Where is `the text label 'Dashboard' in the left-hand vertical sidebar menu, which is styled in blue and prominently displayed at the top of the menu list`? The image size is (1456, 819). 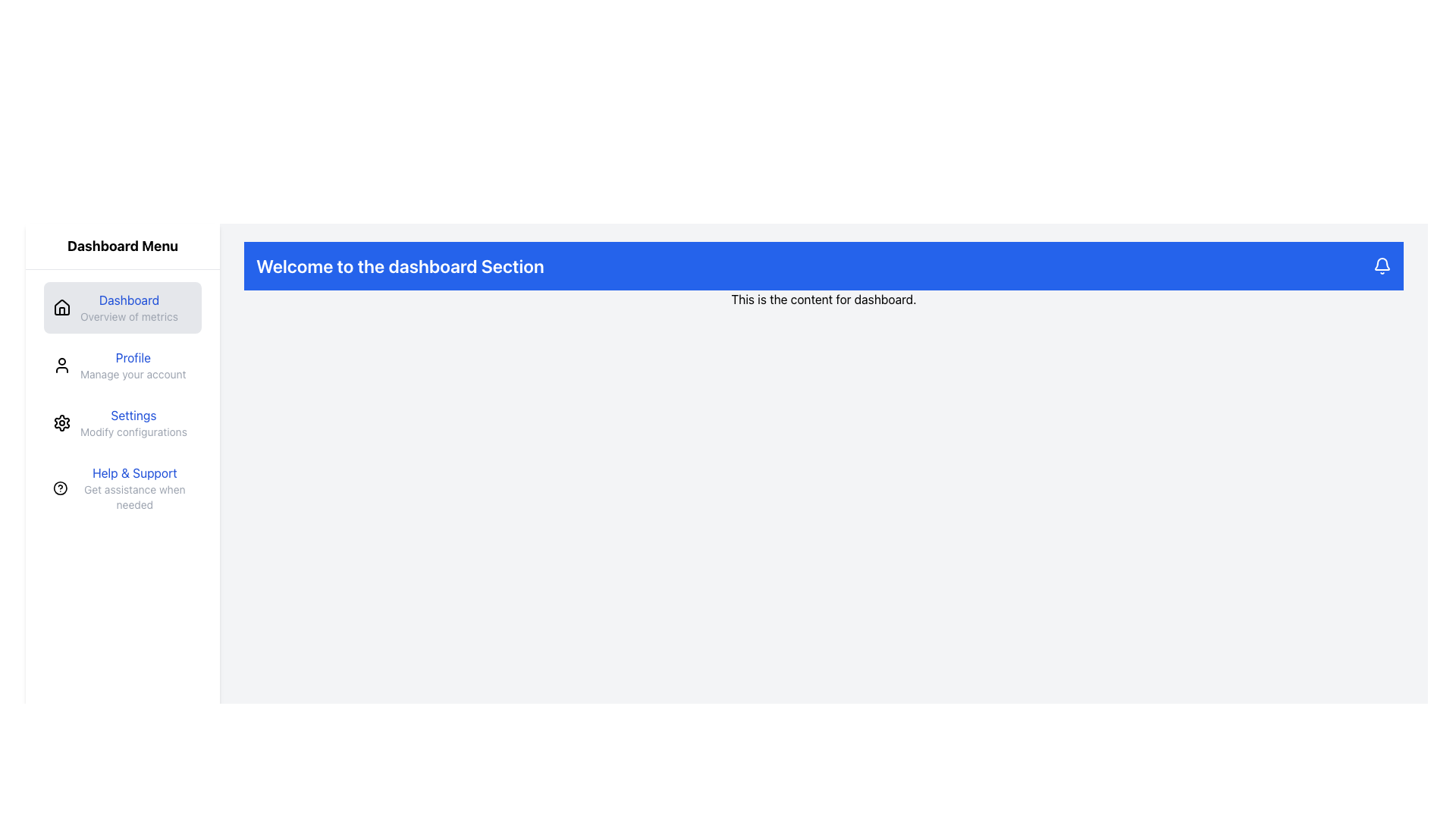 the text label 'Dashboard' in the left-hand vertical sidebar menu, which is styled in blue and prominently displayed at the top of the menu list is located at coordinates (129, 307).